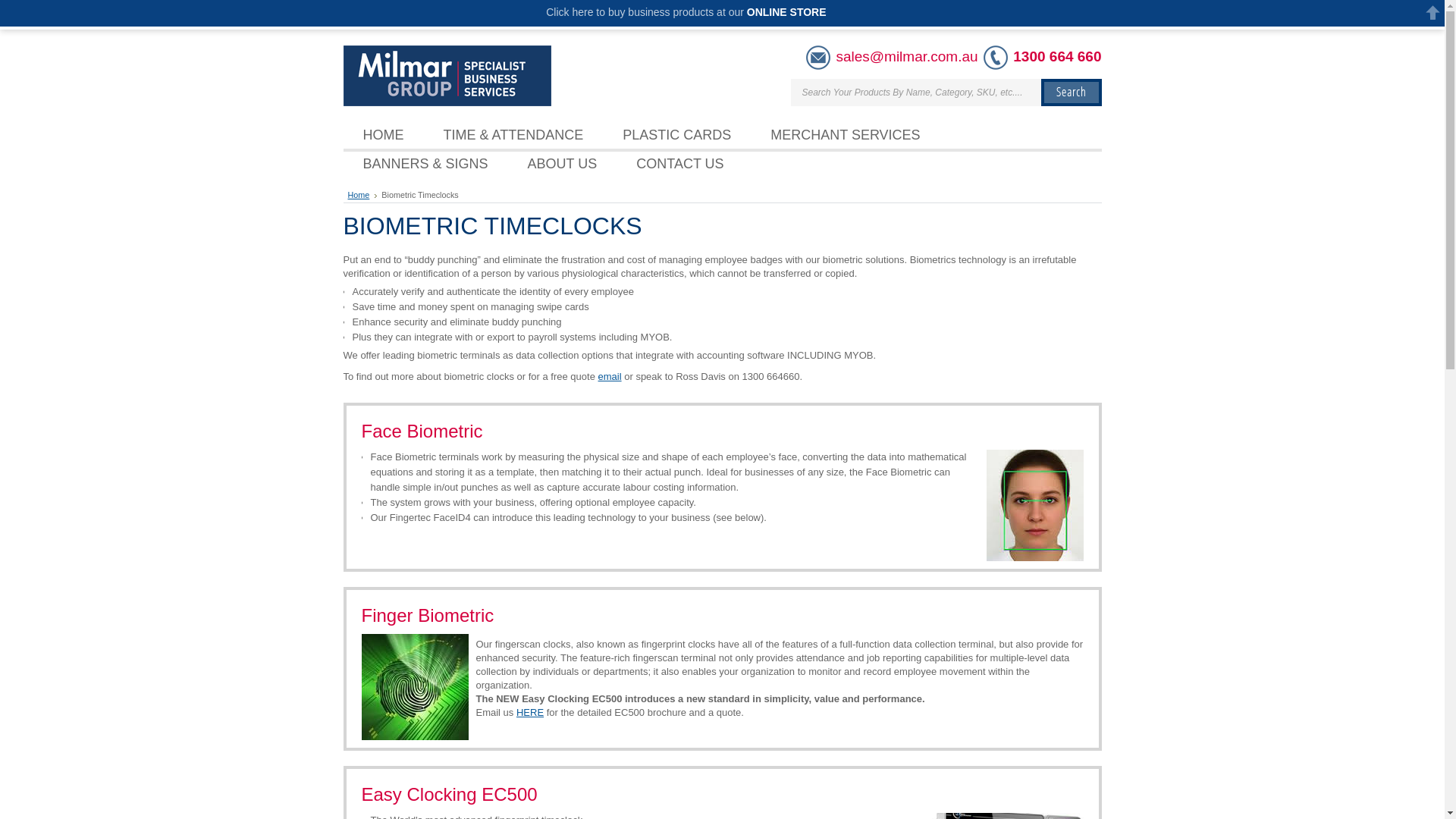  Describe the element at coordinates (906, 55) in the screenshot. I see `'sales@milmar.com.au'` at that location.